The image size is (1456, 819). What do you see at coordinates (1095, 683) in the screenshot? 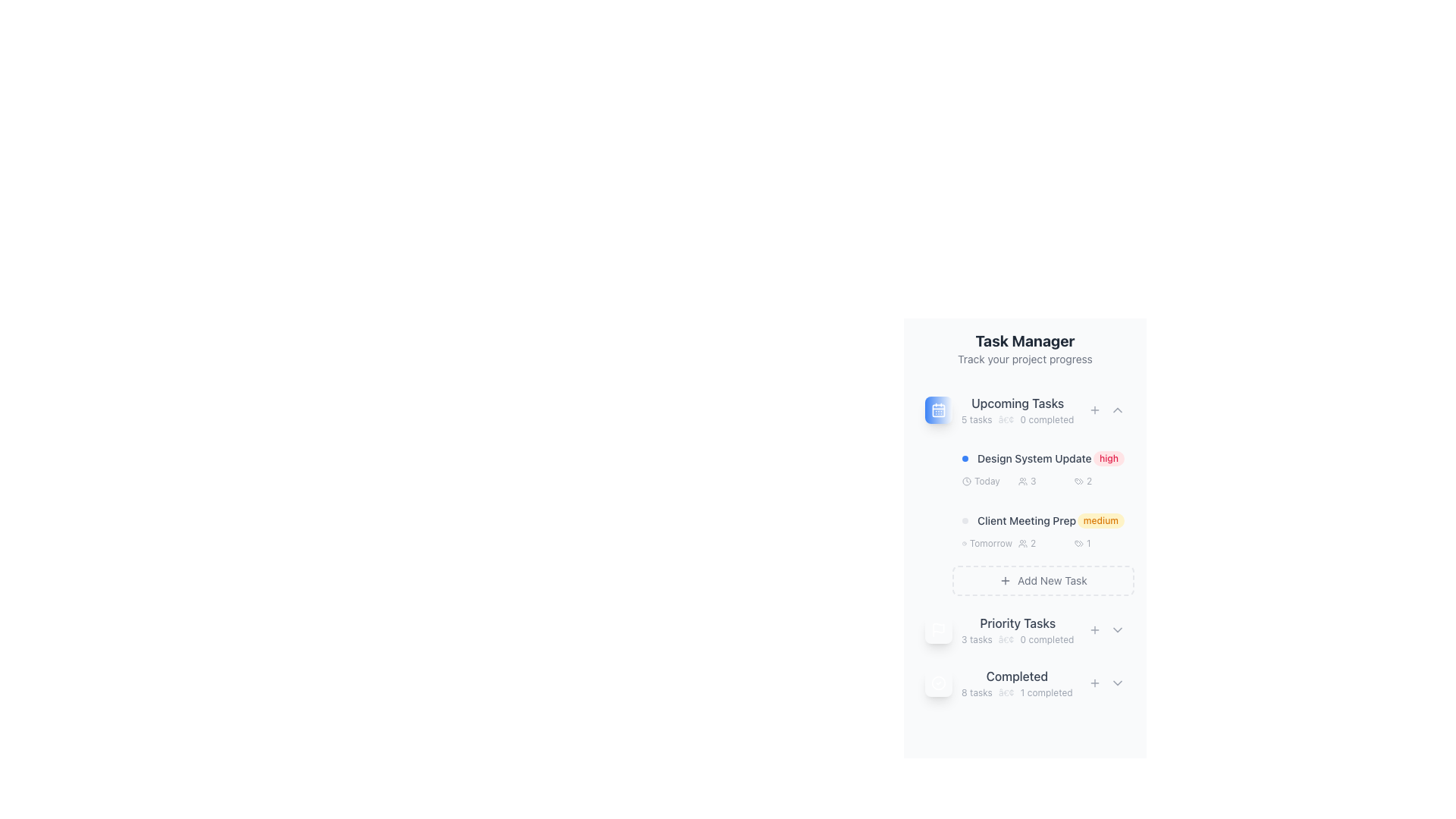
I see `the Plus Sign Icon located in the 'Completed' task section at the bottom of the task manager panel` at bounding box center [1095, 683].